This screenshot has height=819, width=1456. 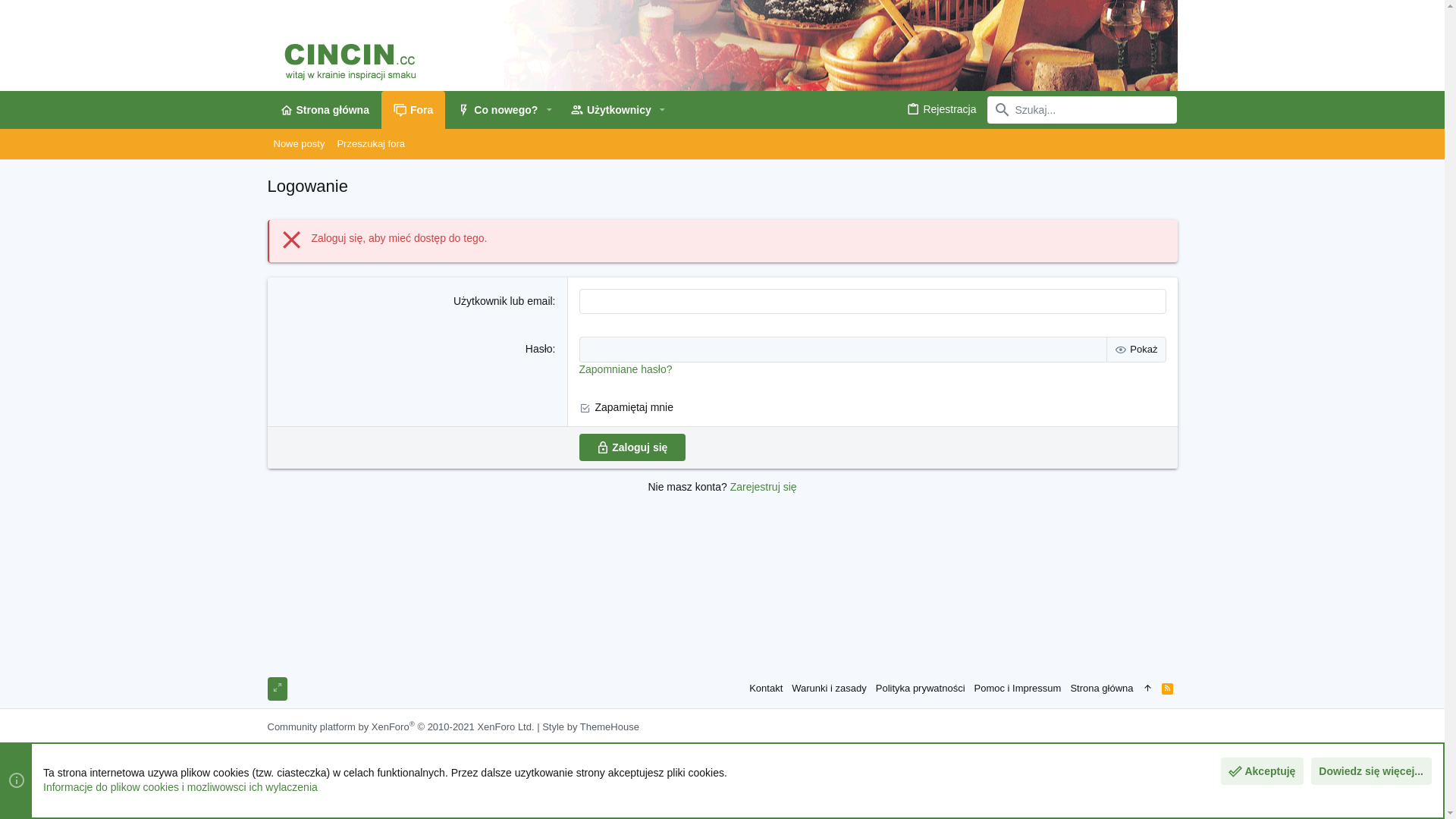 What do you see at coordinates (828, 688) in the screenshot?
I see `'Warunki i zasady'` at bounding box center [828, 688].